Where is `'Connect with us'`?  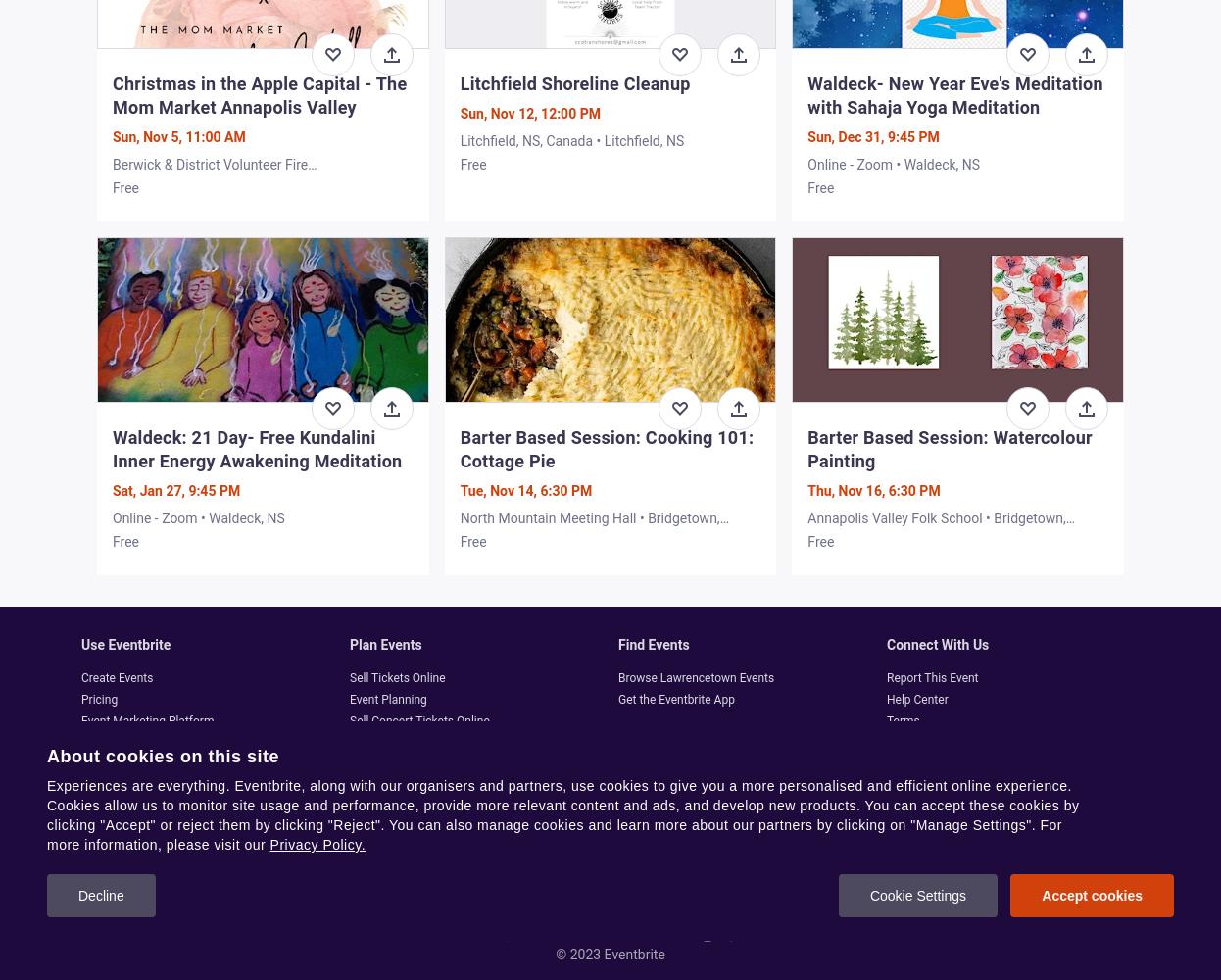 'Connect with us' is located at coordinates (938, 645).